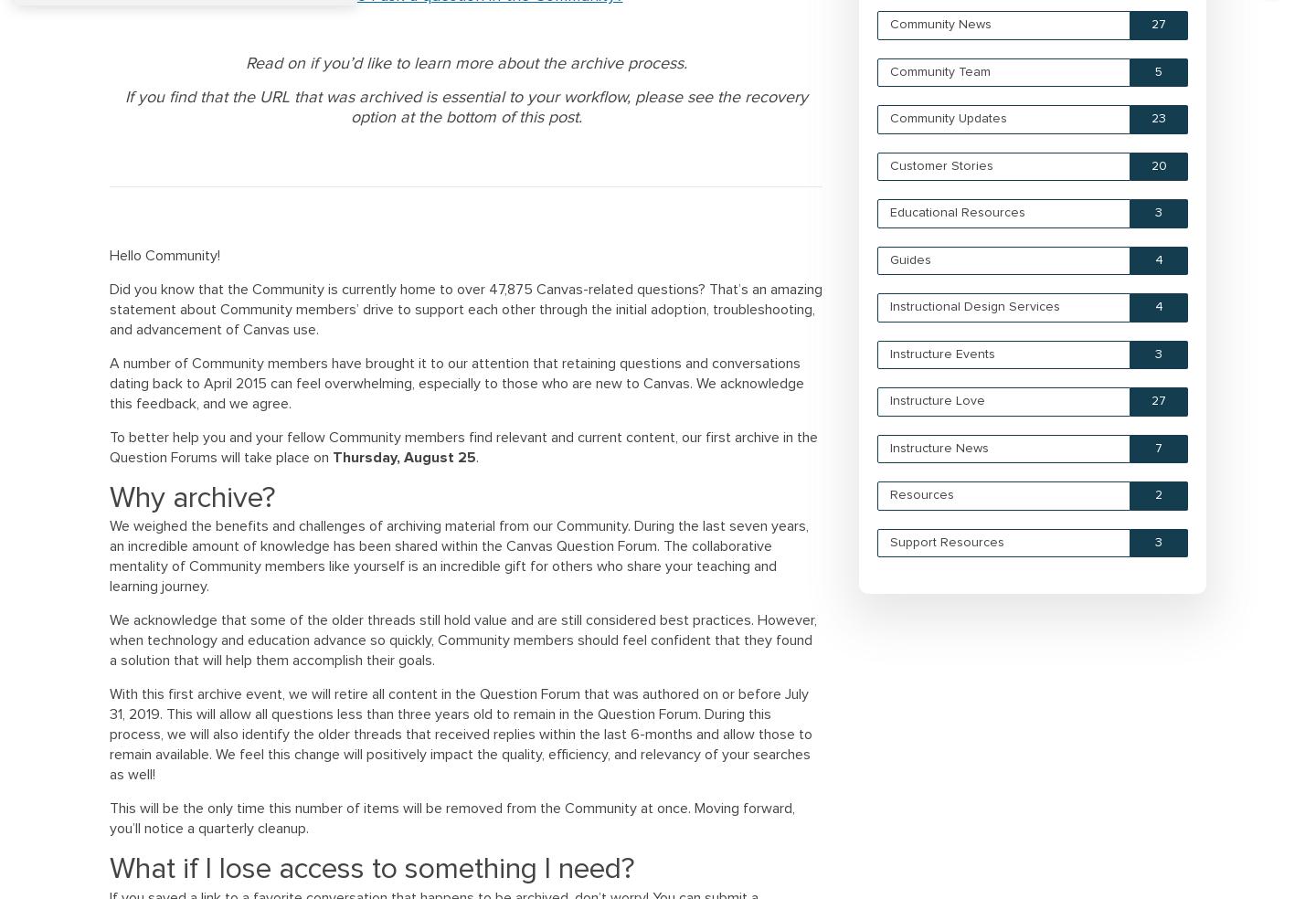  What do you see at coordinates (942, 354) in the screenshot?
I see `'Instructure Events'` at bounding box center [942, 354].